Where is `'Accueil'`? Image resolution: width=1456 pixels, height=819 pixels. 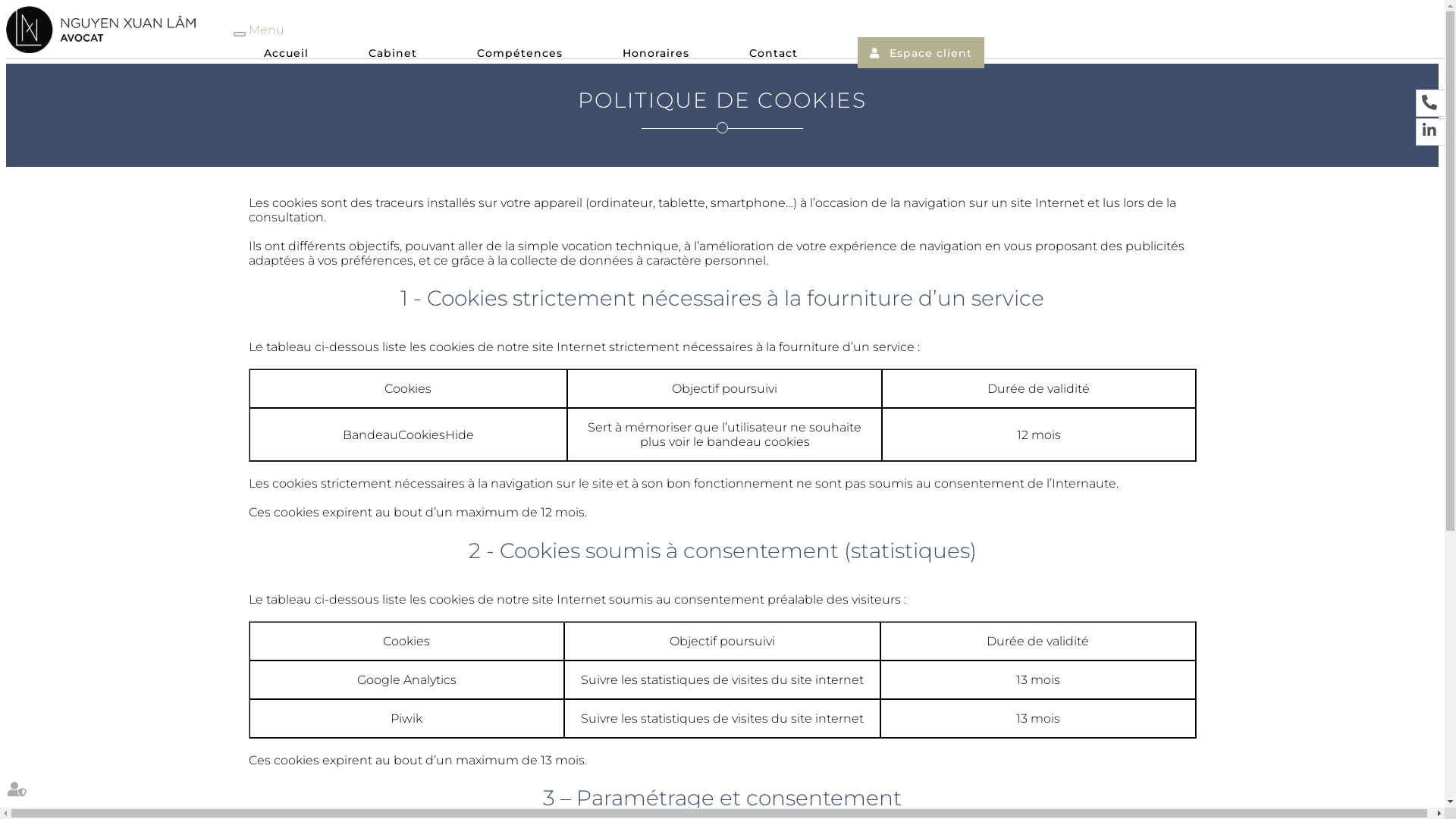 'Accueil' is located at coordinates (286, 55).